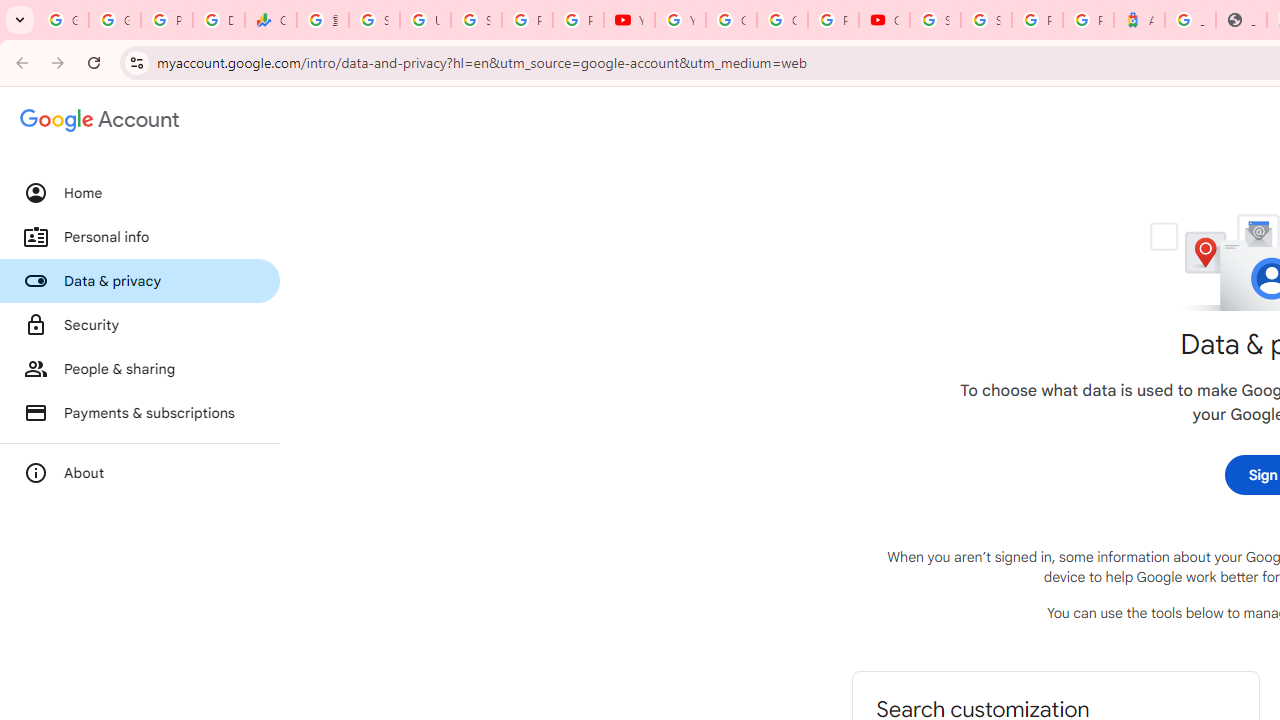 This screenshot has width=1280, height=720. What do you see at coordinates (730, 20) in the screenshot?
I see `'Google Account Help'` at bounding box center [730, 20].